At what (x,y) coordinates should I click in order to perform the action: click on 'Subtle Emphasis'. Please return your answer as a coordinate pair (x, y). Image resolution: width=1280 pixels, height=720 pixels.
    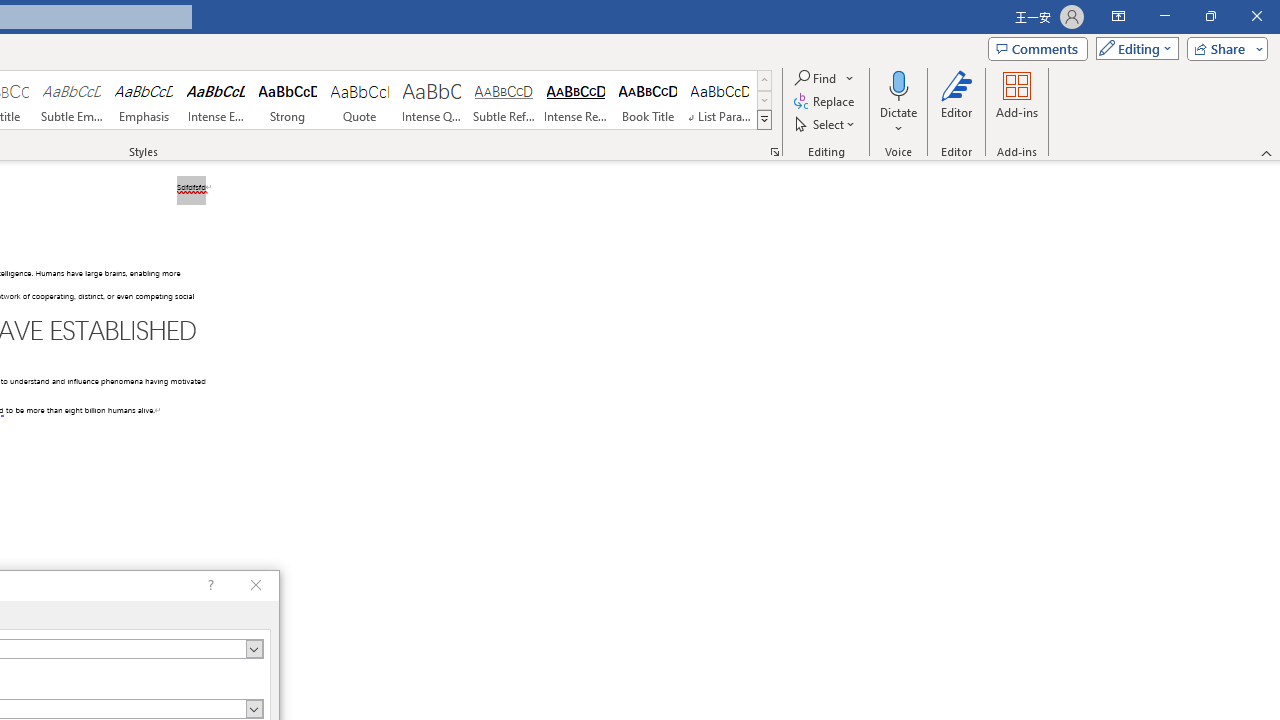
    Looking at the image, I should click on (71, 100).